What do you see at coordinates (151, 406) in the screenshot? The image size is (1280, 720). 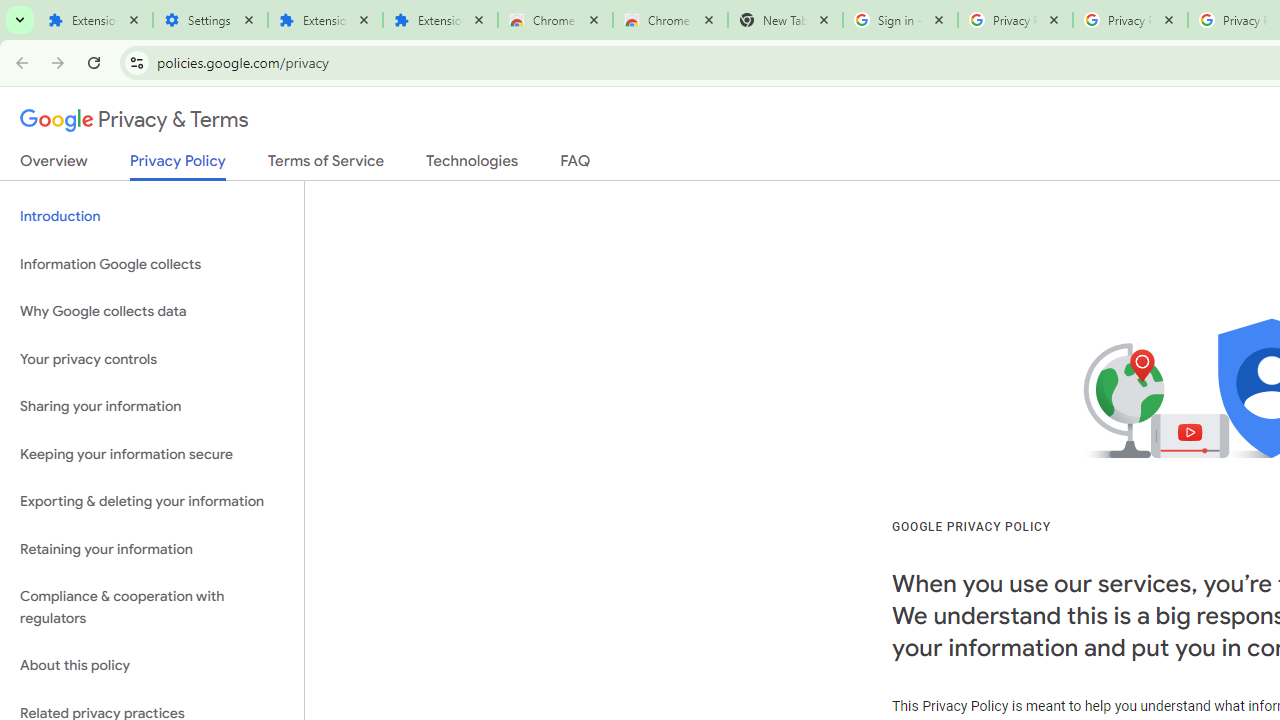 I see `'Sharing your information'` at bounding box center [151, 406].